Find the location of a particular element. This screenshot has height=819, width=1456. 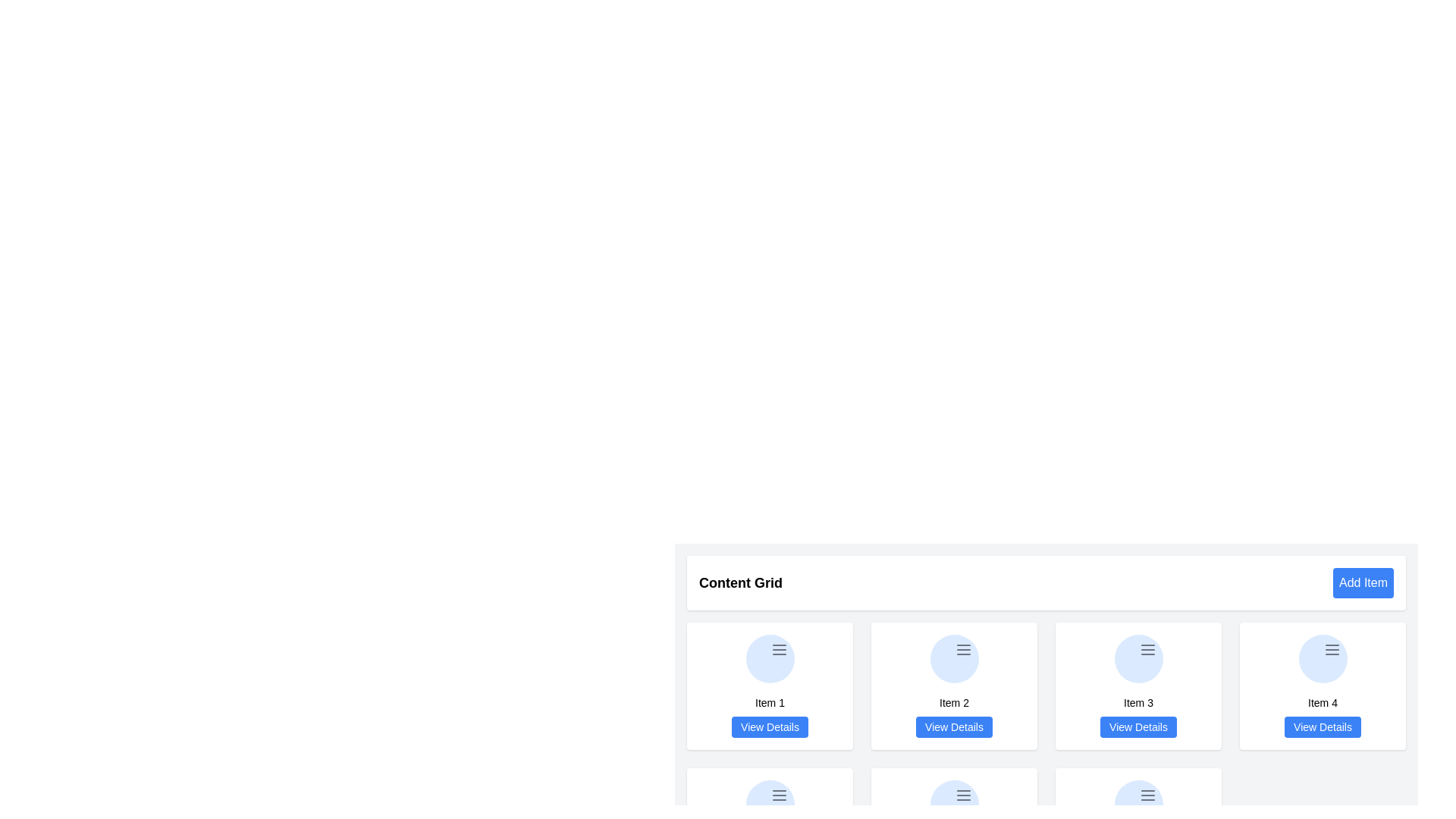

the icon button located in the header area of the 'Item 3' card is located at coordinates (1147, 648).